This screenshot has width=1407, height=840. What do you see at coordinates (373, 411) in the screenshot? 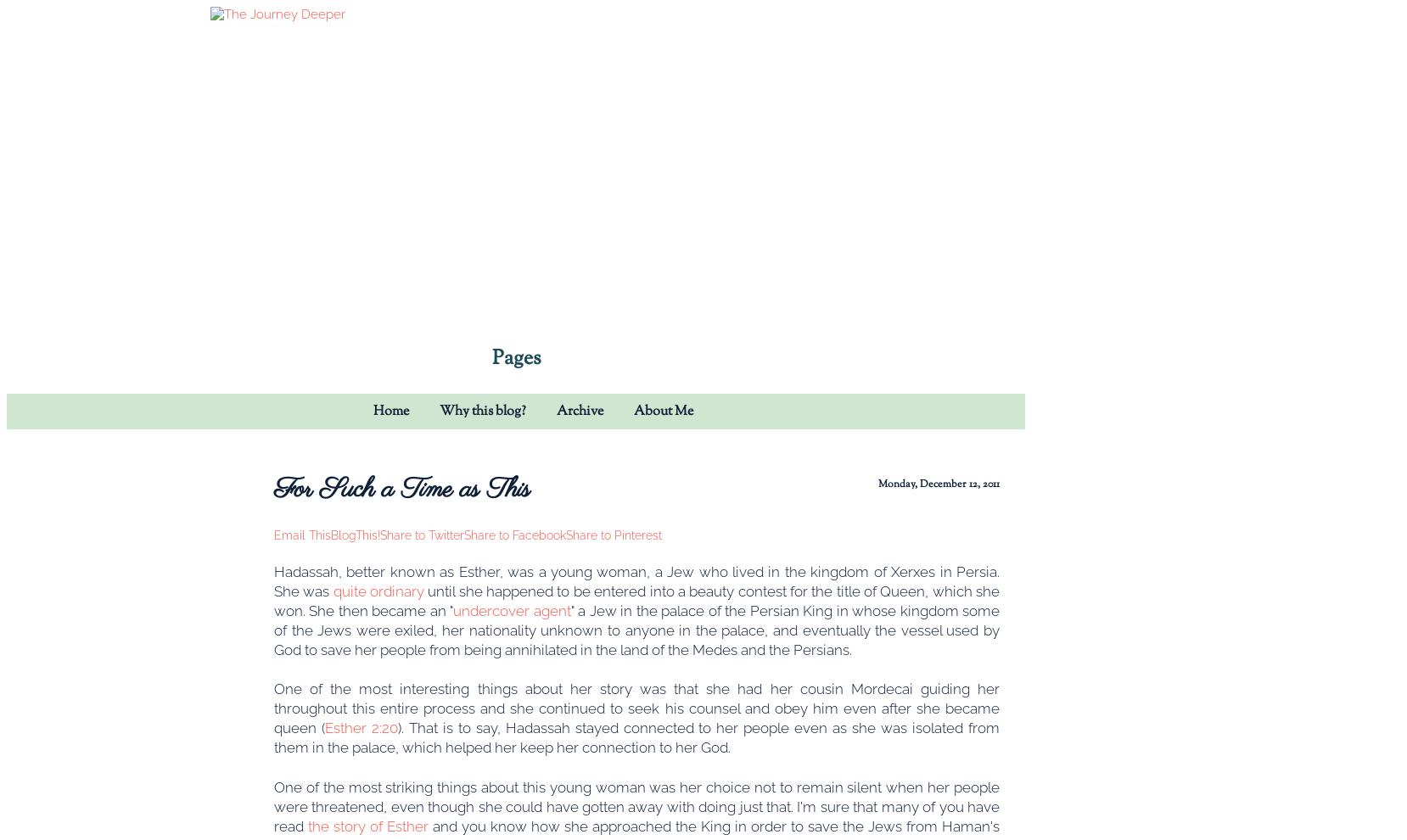
I see `'Home'` at bounding box center [373, 411].